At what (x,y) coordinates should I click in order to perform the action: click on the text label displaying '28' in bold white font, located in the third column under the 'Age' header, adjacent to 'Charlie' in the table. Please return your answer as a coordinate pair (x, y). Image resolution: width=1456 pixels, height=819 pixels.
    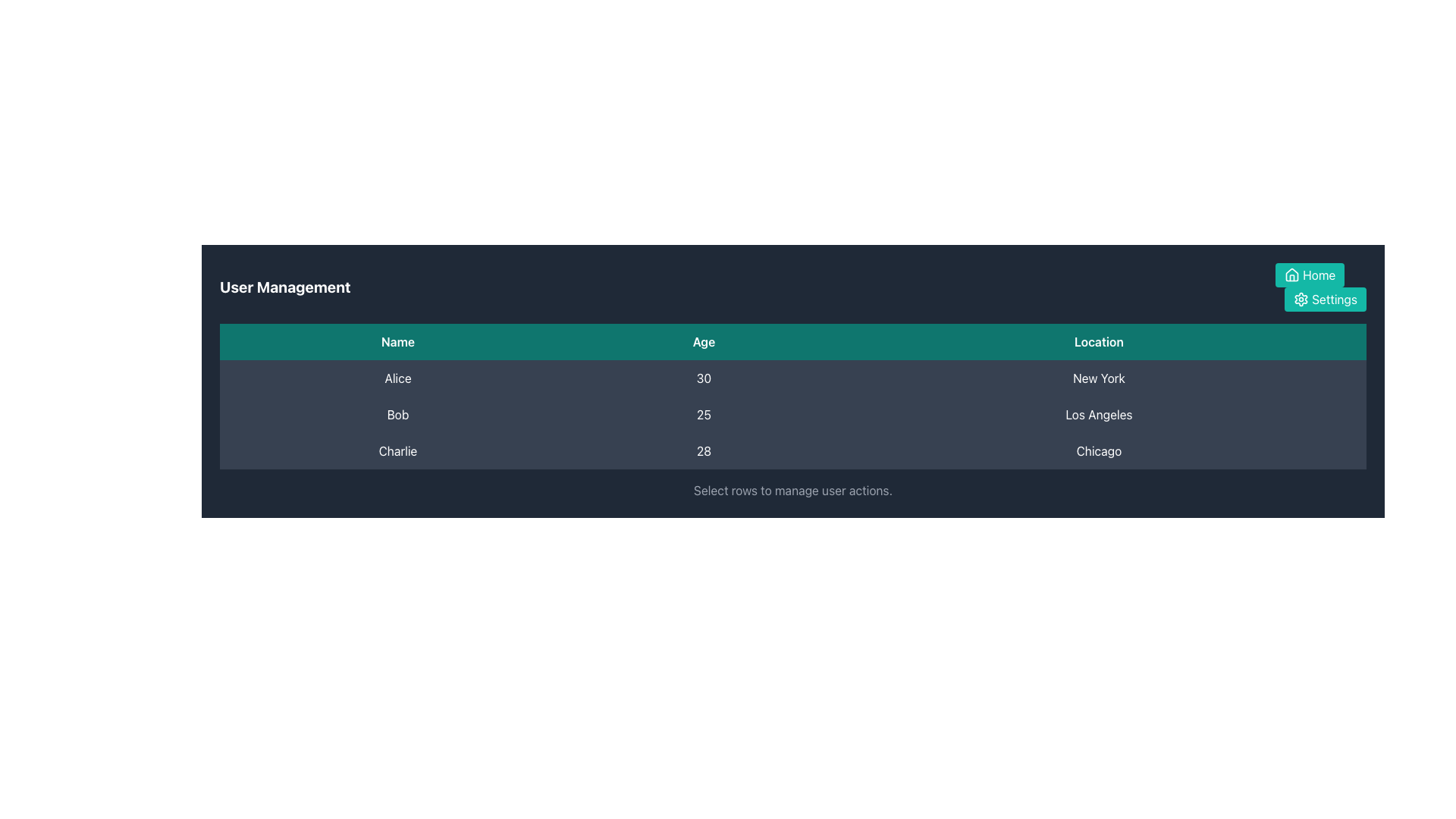
    Looking at the image, I should click on (703, 450).